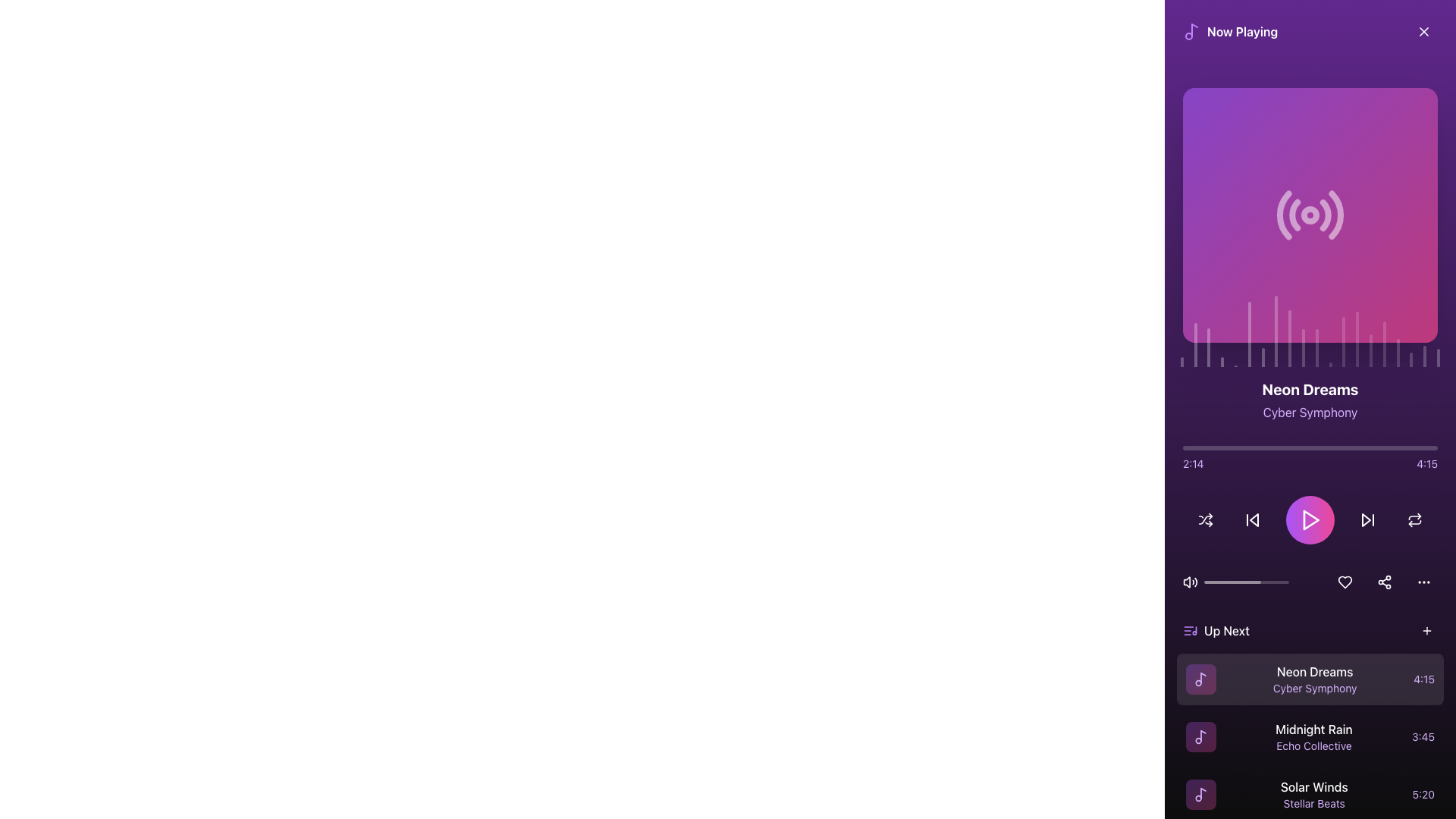 Image resolution: width=1456 pixels, height=819 pixels. I want to click on the twelfth vertical bar of the decorative visualizer, located near the play/pause button at the bottom of the media player, so click(1316, 348).